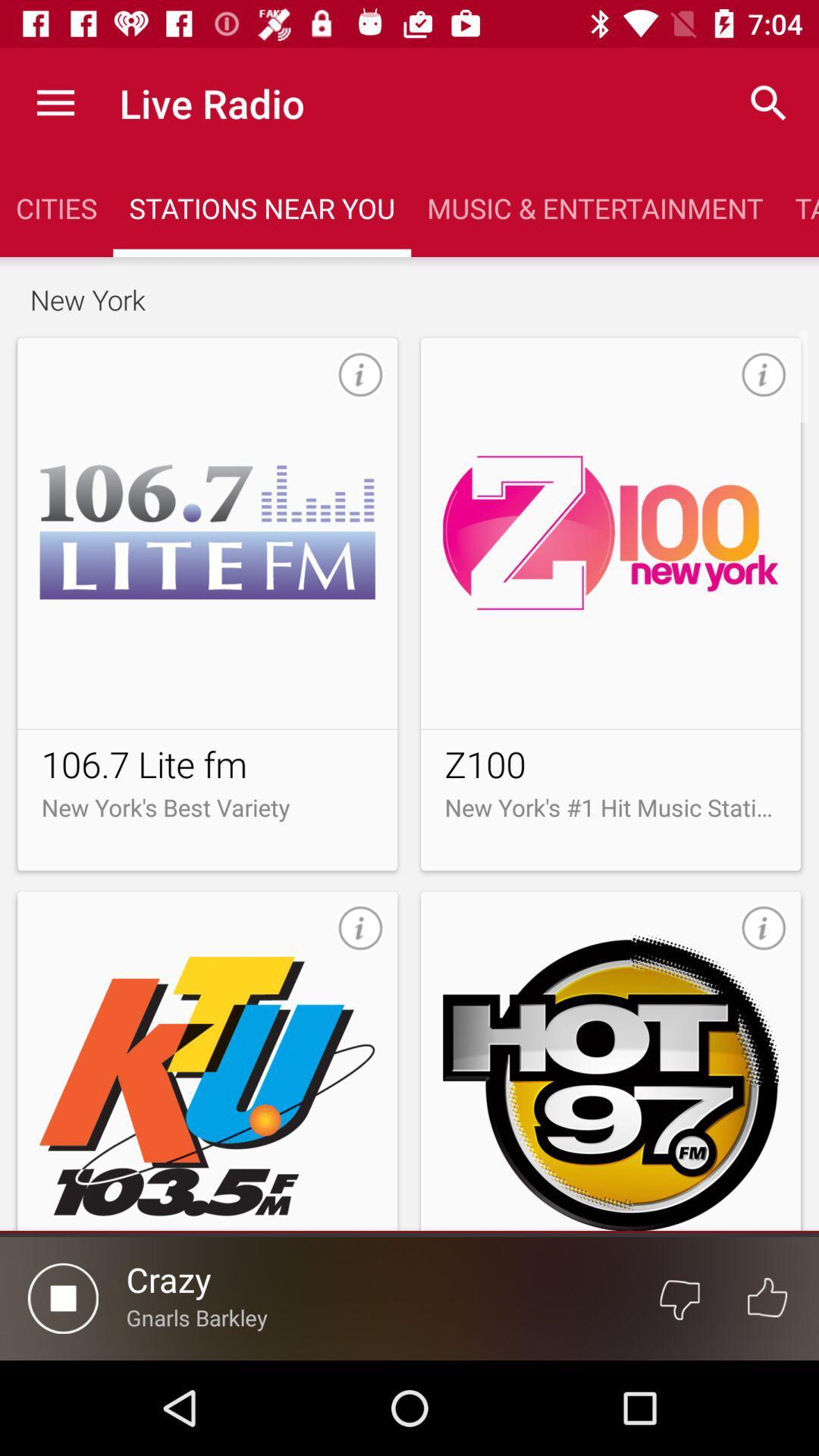 The height and width of the screenshot is (1456, 819). What do you see at coordinates (679, 1298) in the screenshot?
I see `the thumbs_down icon` at bounding box center [679, 1298].